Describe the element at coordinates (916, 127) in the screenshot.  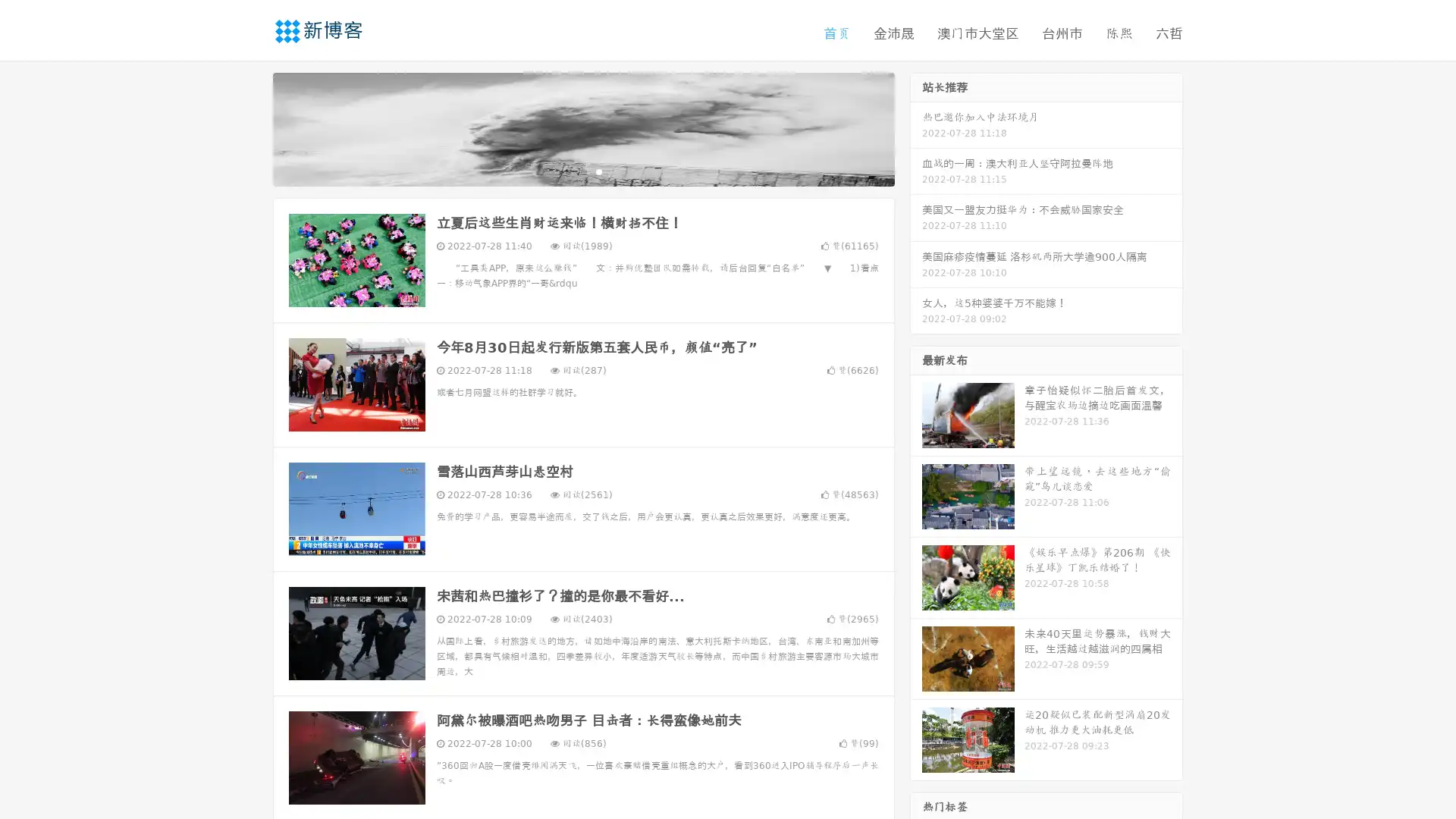
I see `Next slide` at that location.